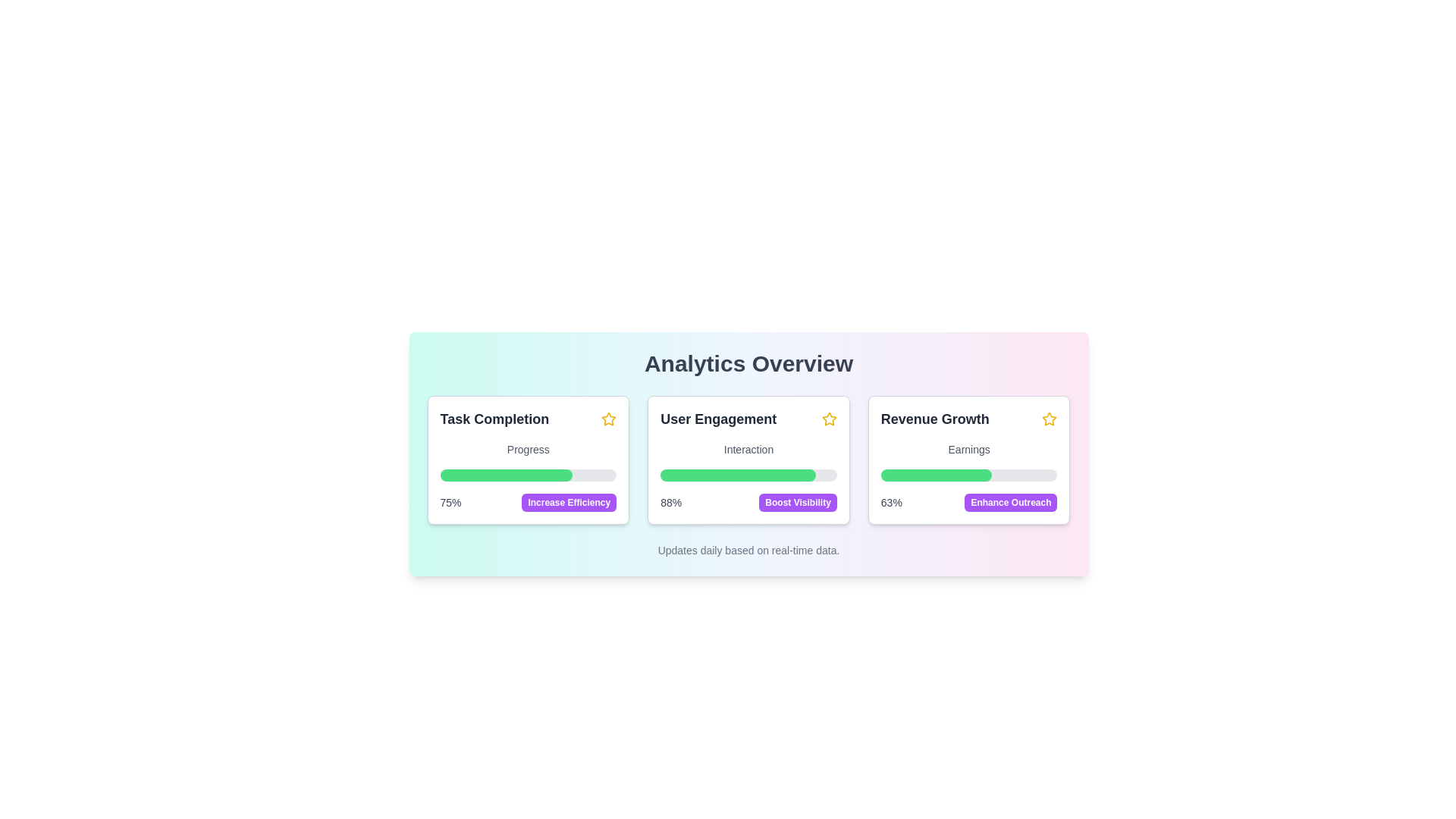  Describe the element at coordinates (797, 503) in the screenshot. I see `the purple rectangular button labeled 'Boost Visibility' with bold white uppercase letters` at that location.